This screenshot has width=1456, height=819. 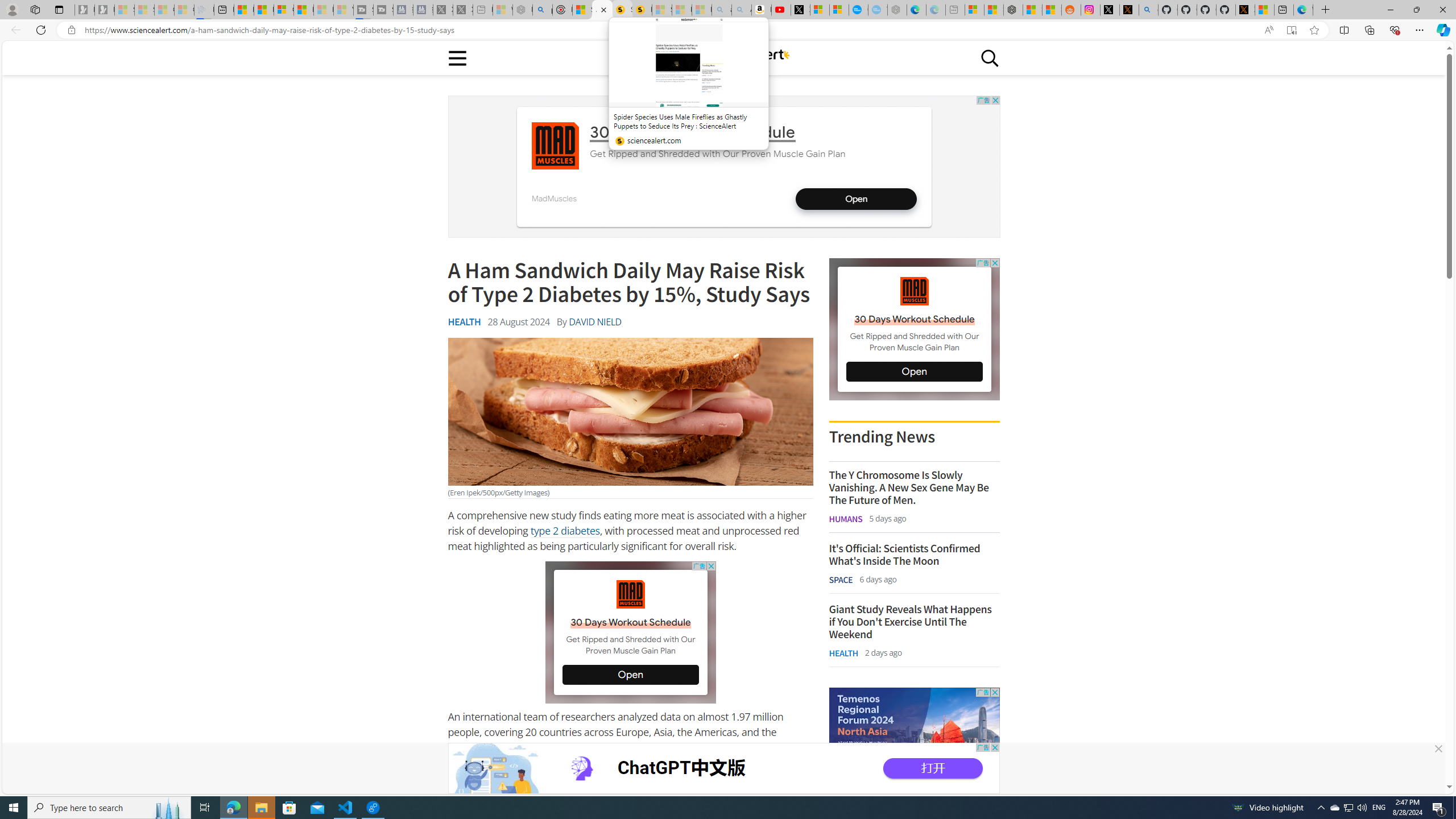 I want to click on 'ScienceAlert homepage', so click(x=723, y=57).